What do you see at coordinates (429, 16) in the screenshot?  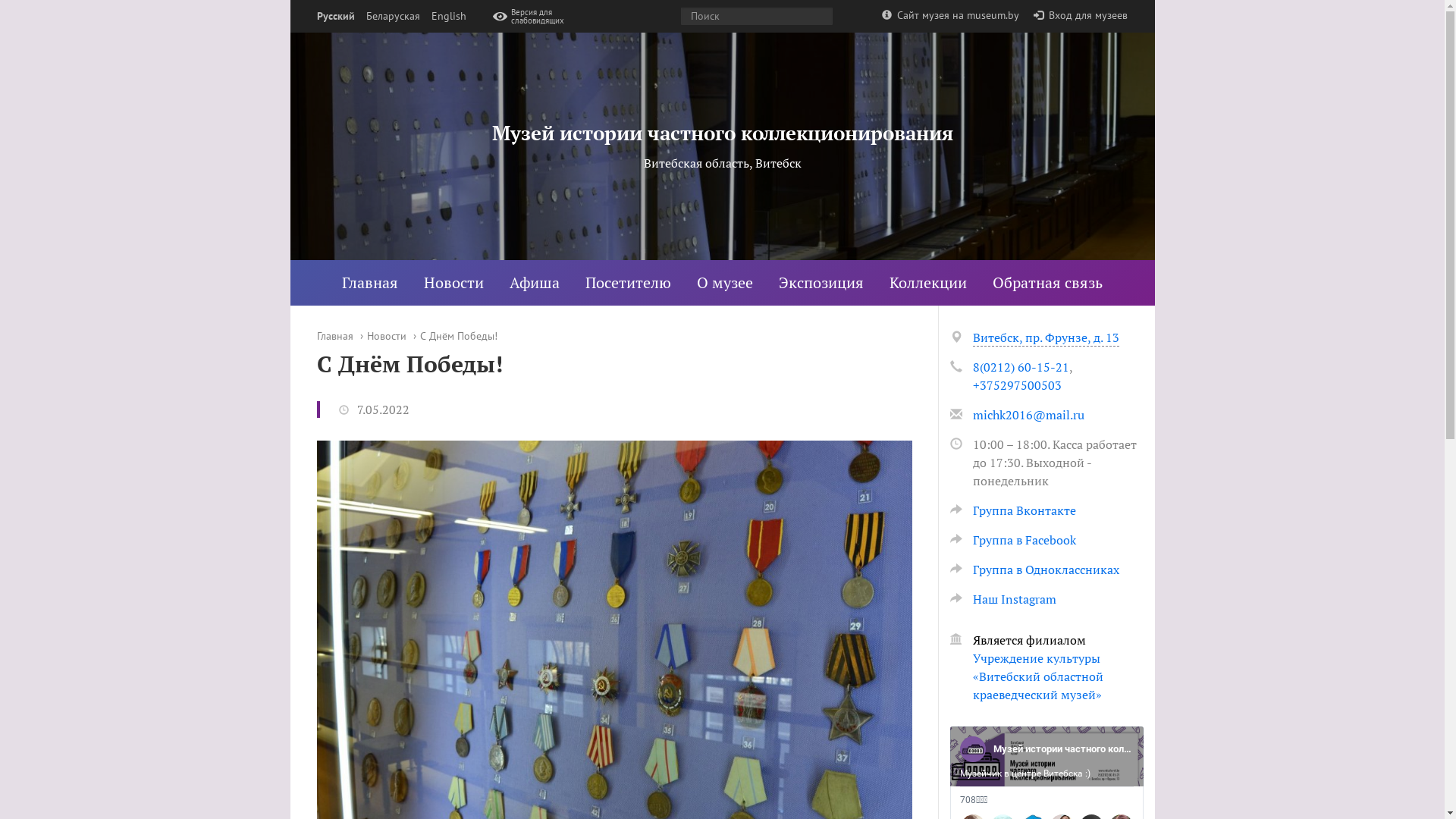 I see `'English'` at bounding box center [429, 16].